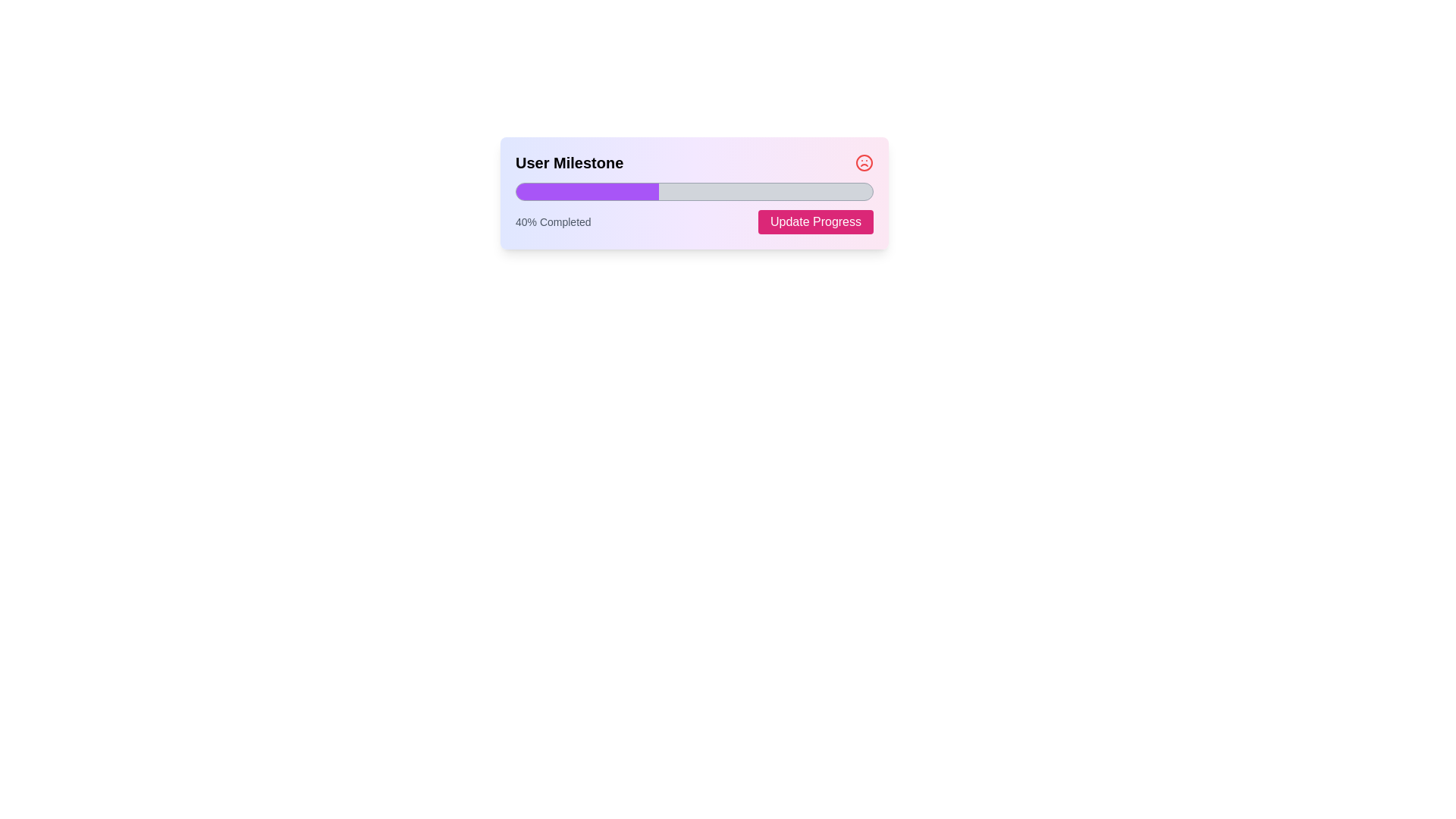  I want to click on the progress bar located between the header 'User Milestone' and the elements '40% Completed' and the pink 'Update Progress' button, which has a light grey background and a purple-filled region representing 40% progress, so click(694, 191).